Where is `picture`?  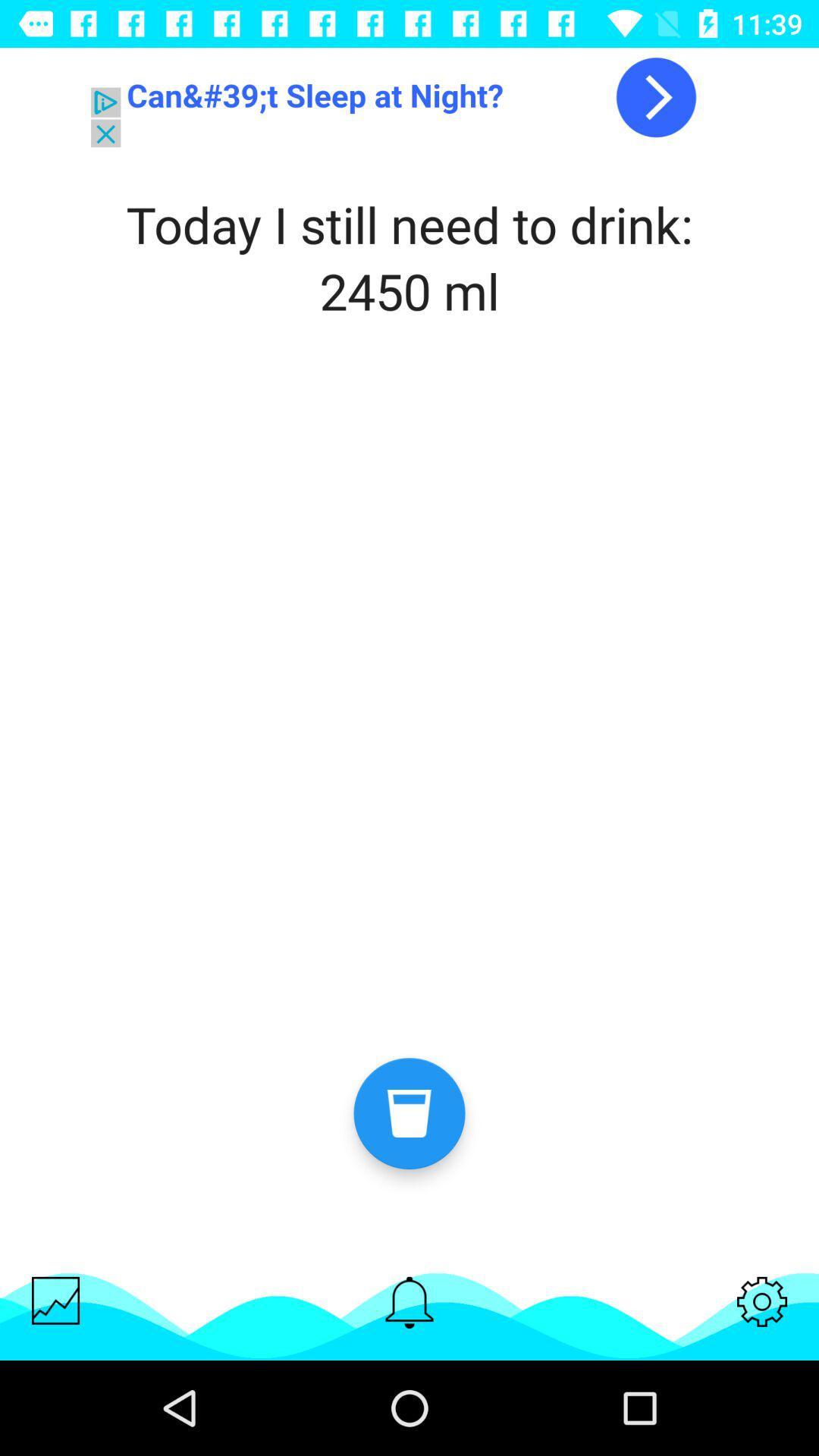
picture is located at coordinates (55, 1300).